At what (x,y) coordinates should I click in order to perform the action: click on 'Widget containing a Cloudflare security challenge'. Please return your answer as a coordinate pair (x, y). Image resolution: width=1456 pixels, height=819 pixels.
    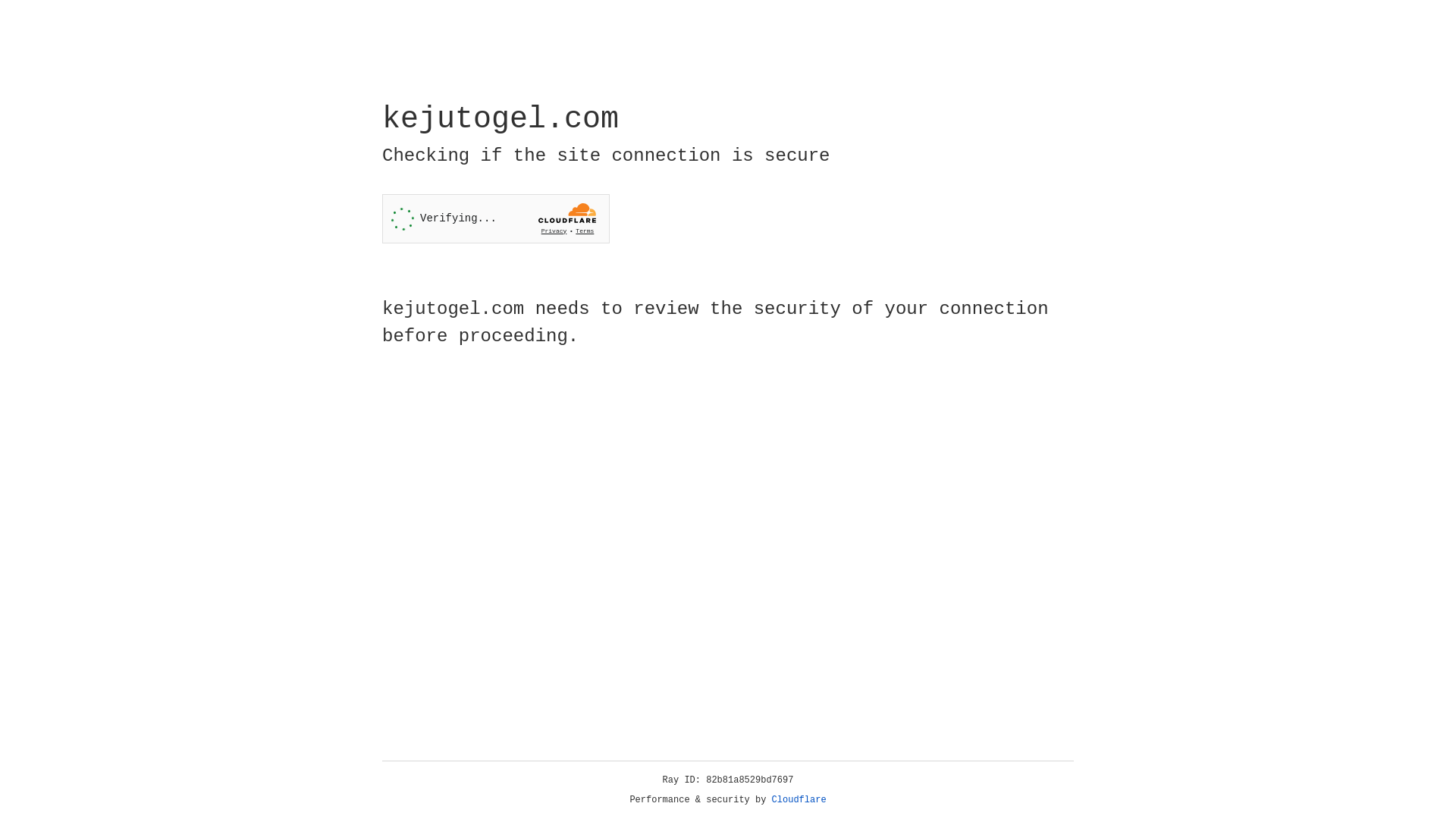
    Looking at the image, I should click on (495, 218).